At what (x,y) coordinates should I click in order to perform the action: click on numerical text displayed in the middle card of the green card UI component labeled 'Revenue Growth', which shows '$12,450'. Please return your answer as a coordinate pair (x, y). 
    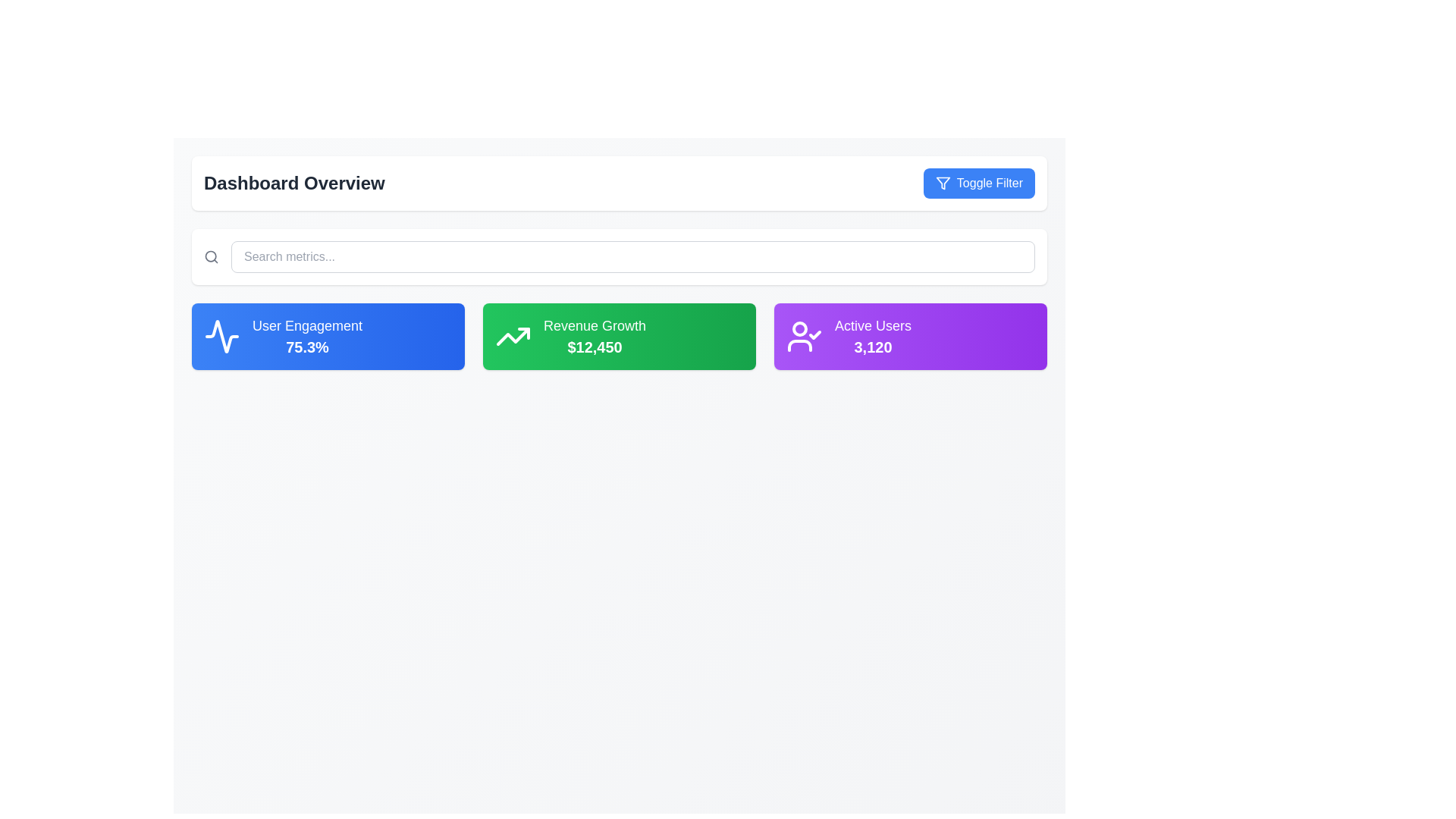
    Looking at the image, I should click on (594, 347).